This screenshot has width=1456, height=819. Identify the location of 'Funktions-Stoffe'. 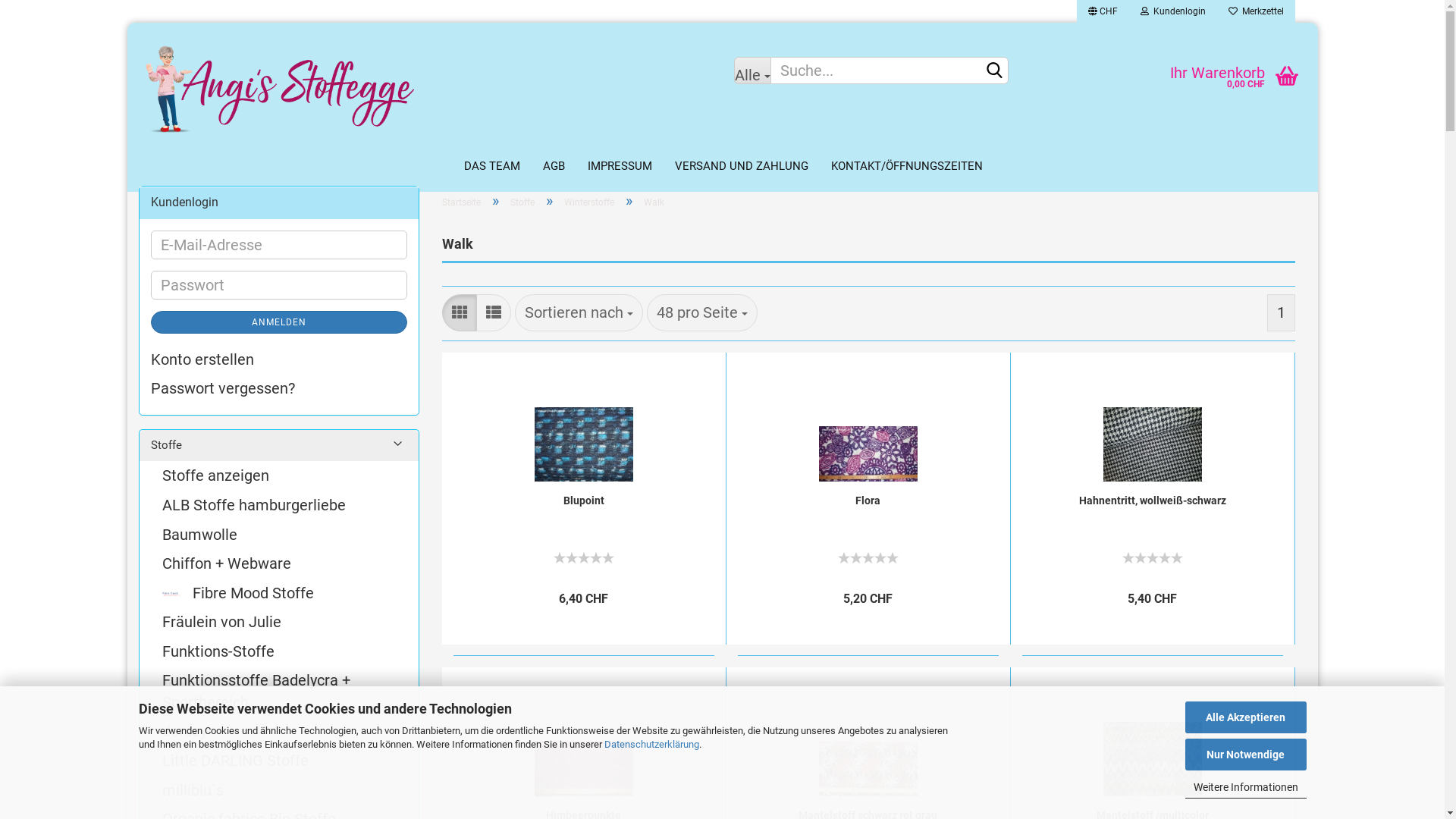
(279, 651).